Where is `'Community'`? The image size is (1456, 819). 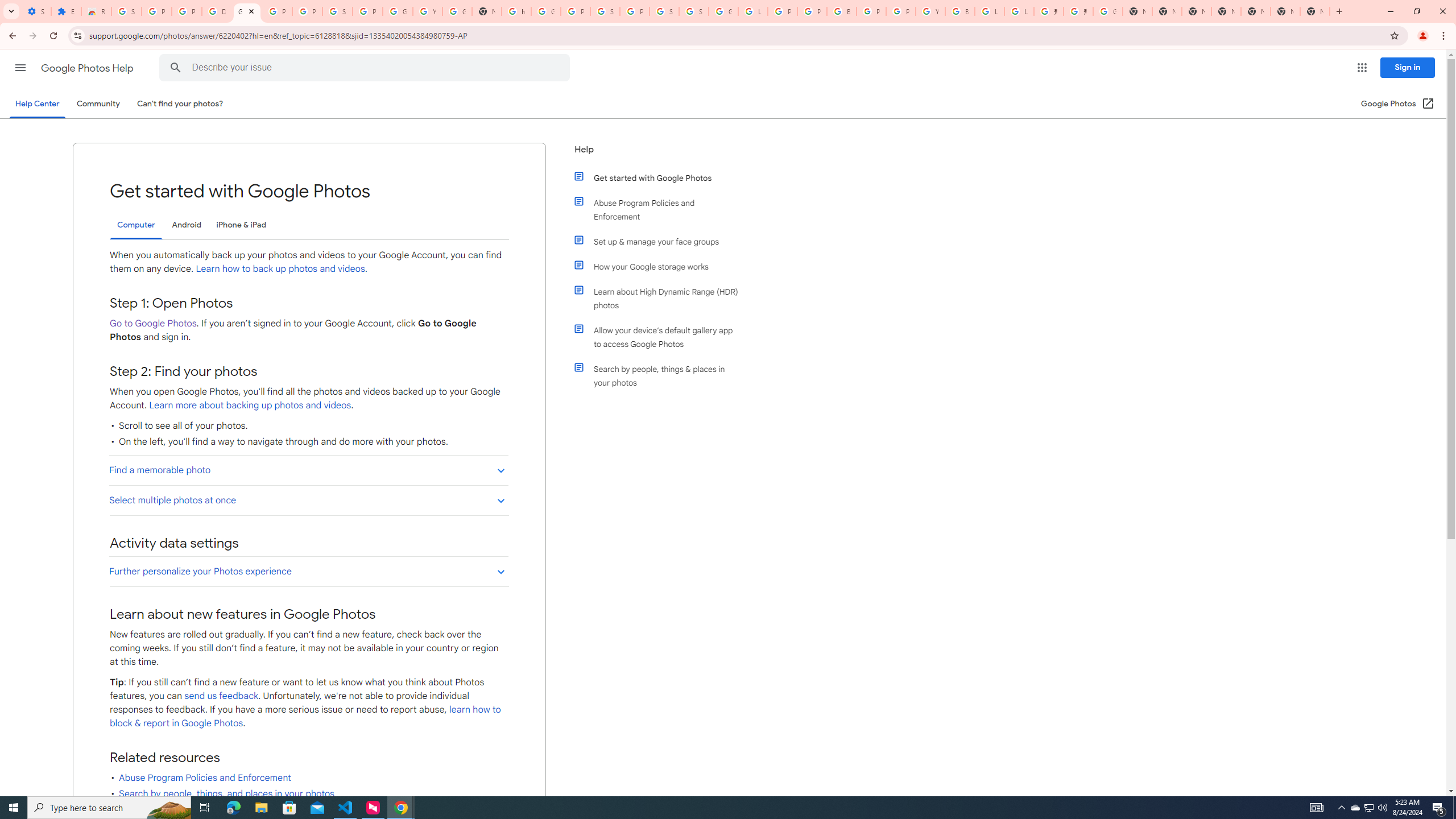
'Community' is located at coordinates (97, 103).